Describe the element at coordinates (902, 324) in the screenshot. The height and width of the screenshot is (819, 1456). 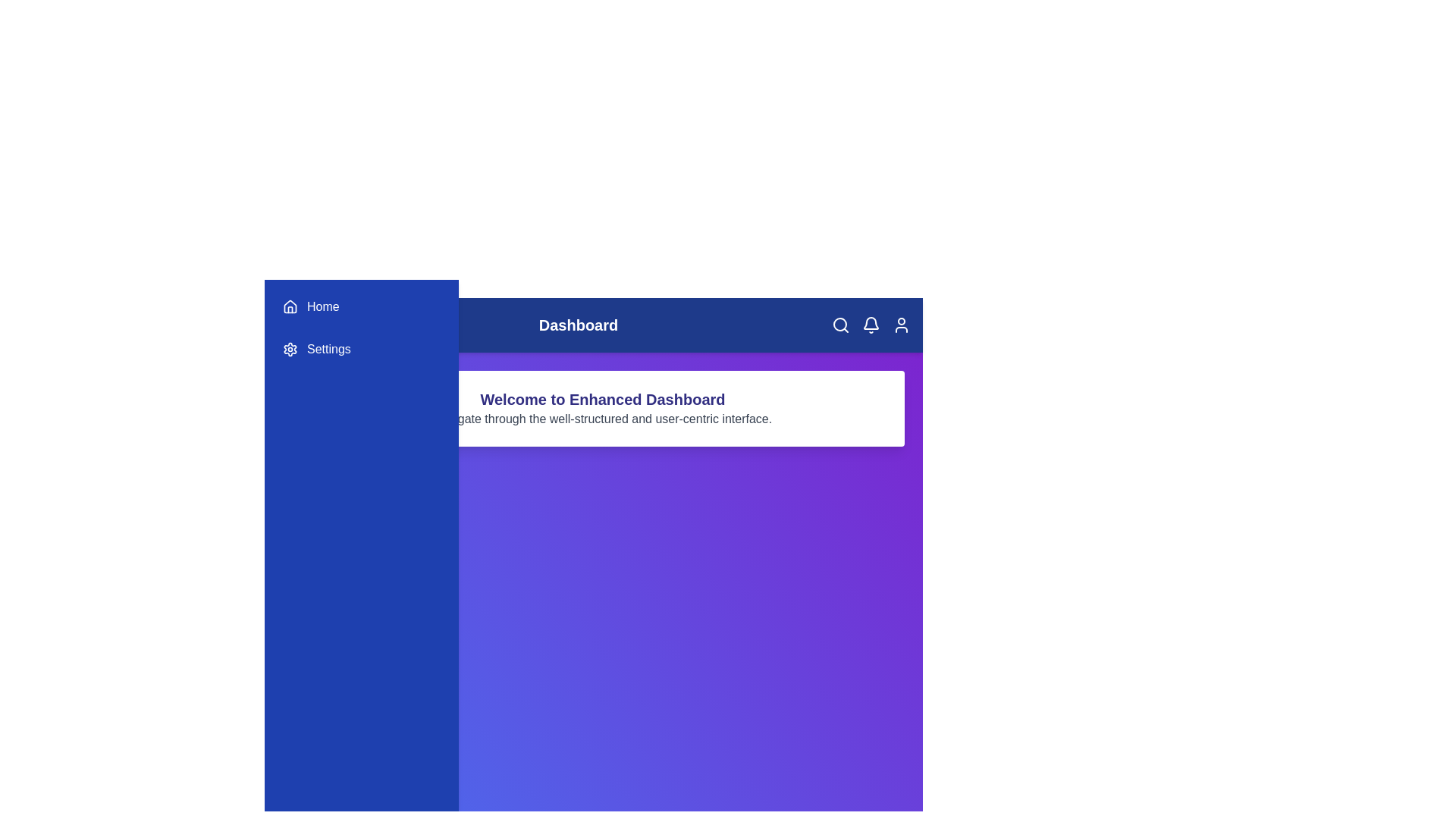
I see `the 'User' icon located in the top right corner of the EnhancedAppBar` at that location.